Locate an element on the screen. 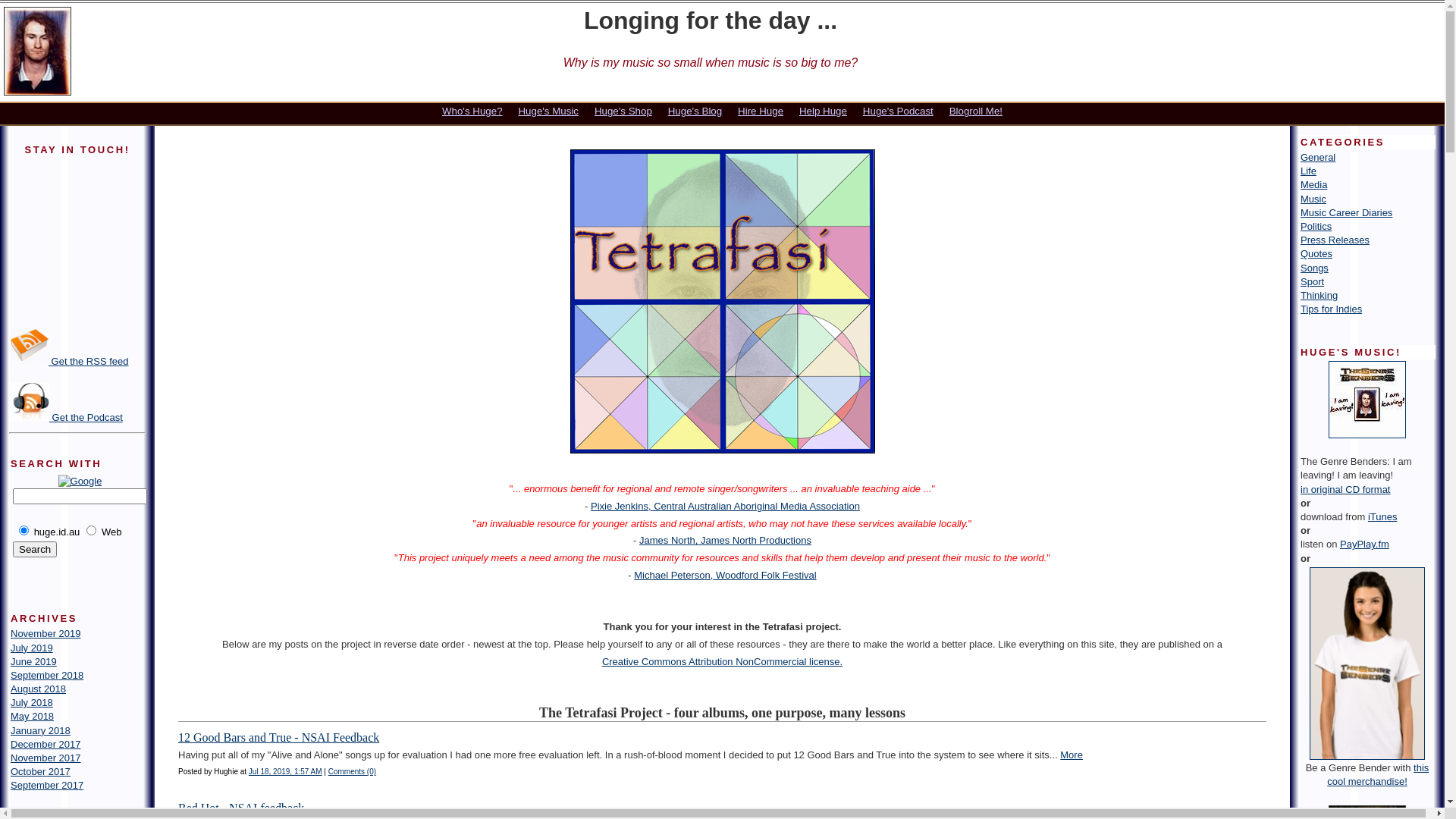 Image resolution: width=1456 pixels, height=819 pixels. 'Red Hot - NSAI feedback' is located at coordinates (240, 807).